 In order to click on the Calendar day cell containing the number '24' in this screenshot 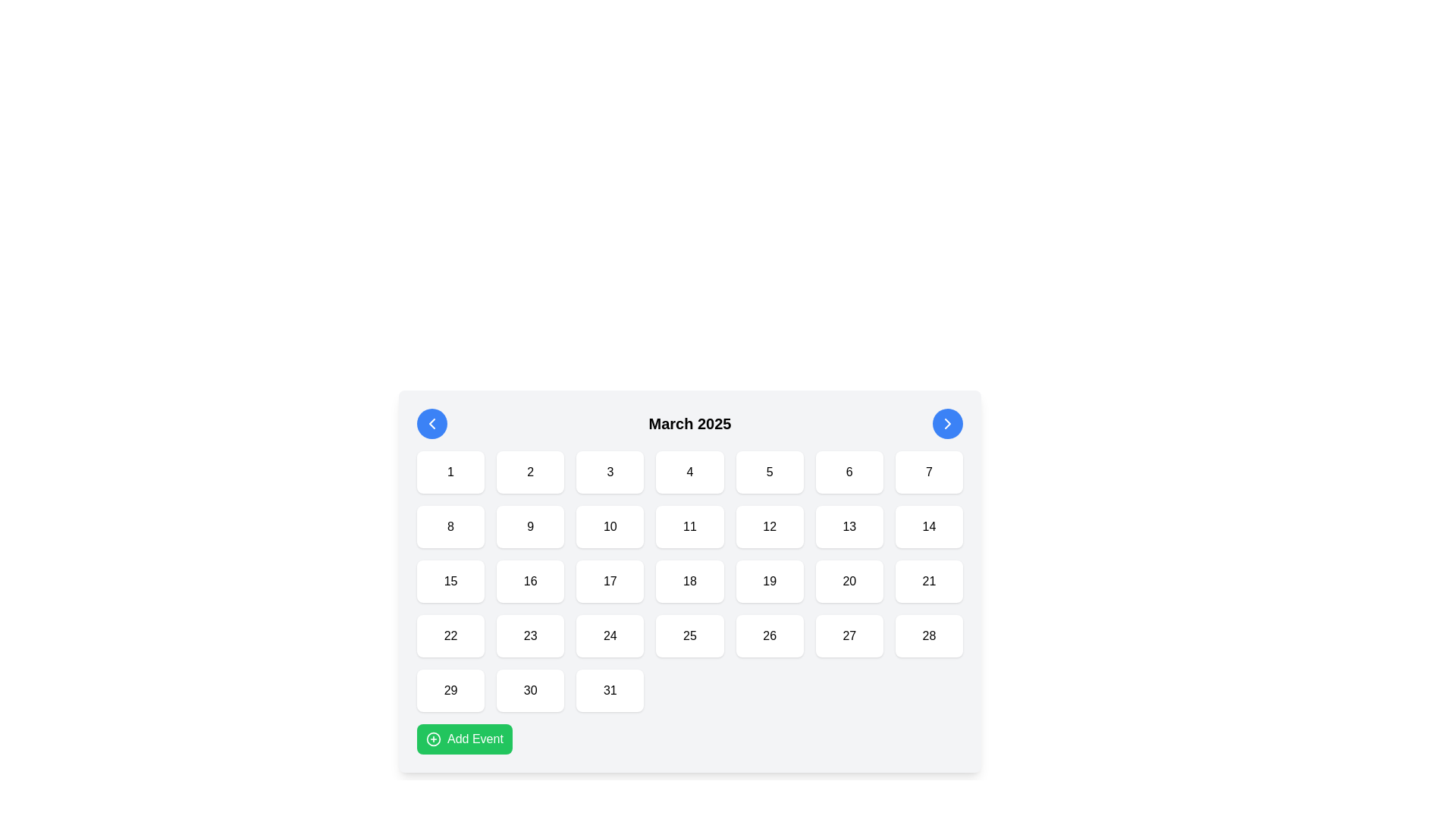, I will do `click(610, 636)`.